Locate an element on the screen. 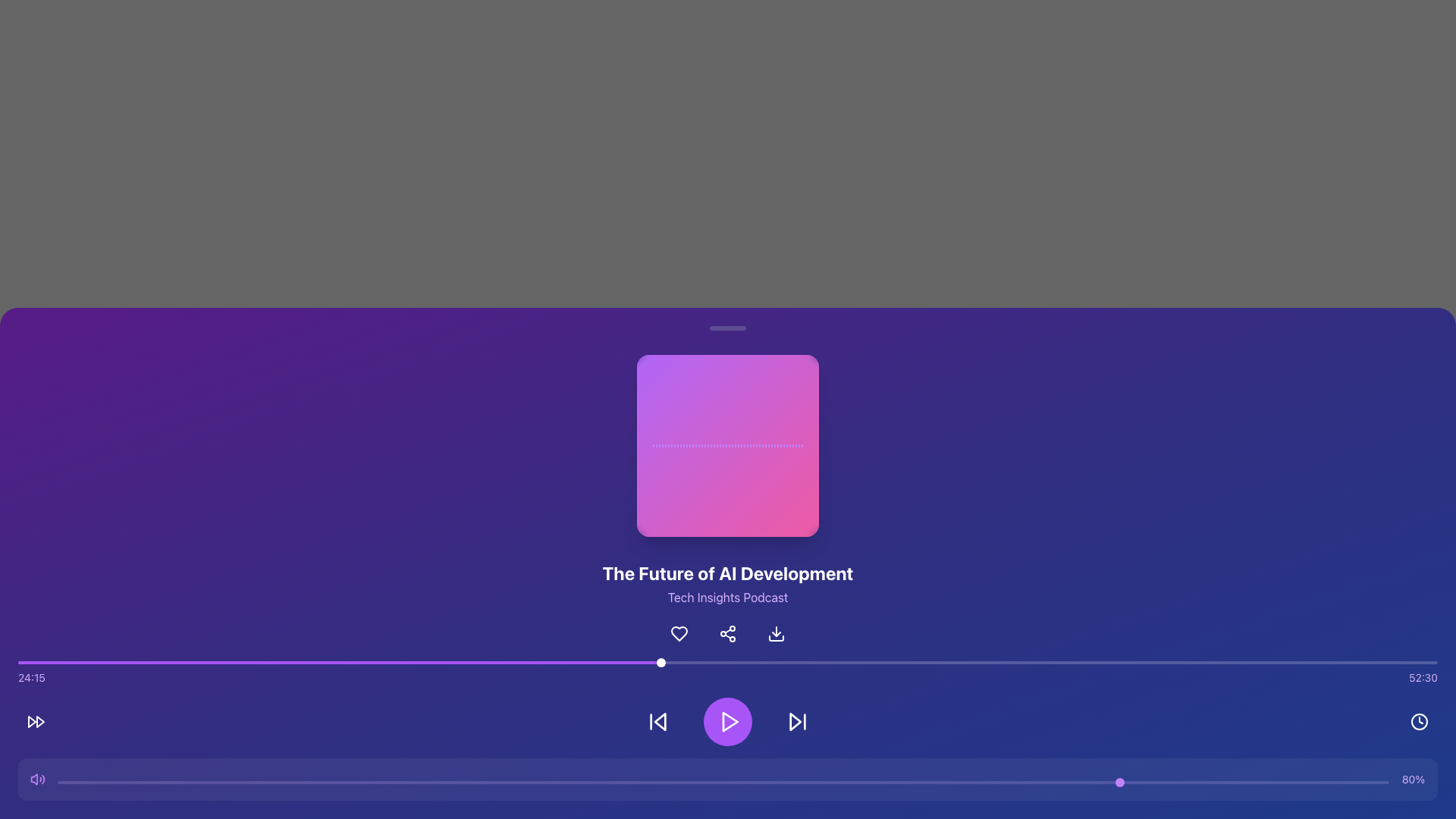 The width and height of the screenshot is (1456, 819). the slider value is located at coordinates (1029, 783).